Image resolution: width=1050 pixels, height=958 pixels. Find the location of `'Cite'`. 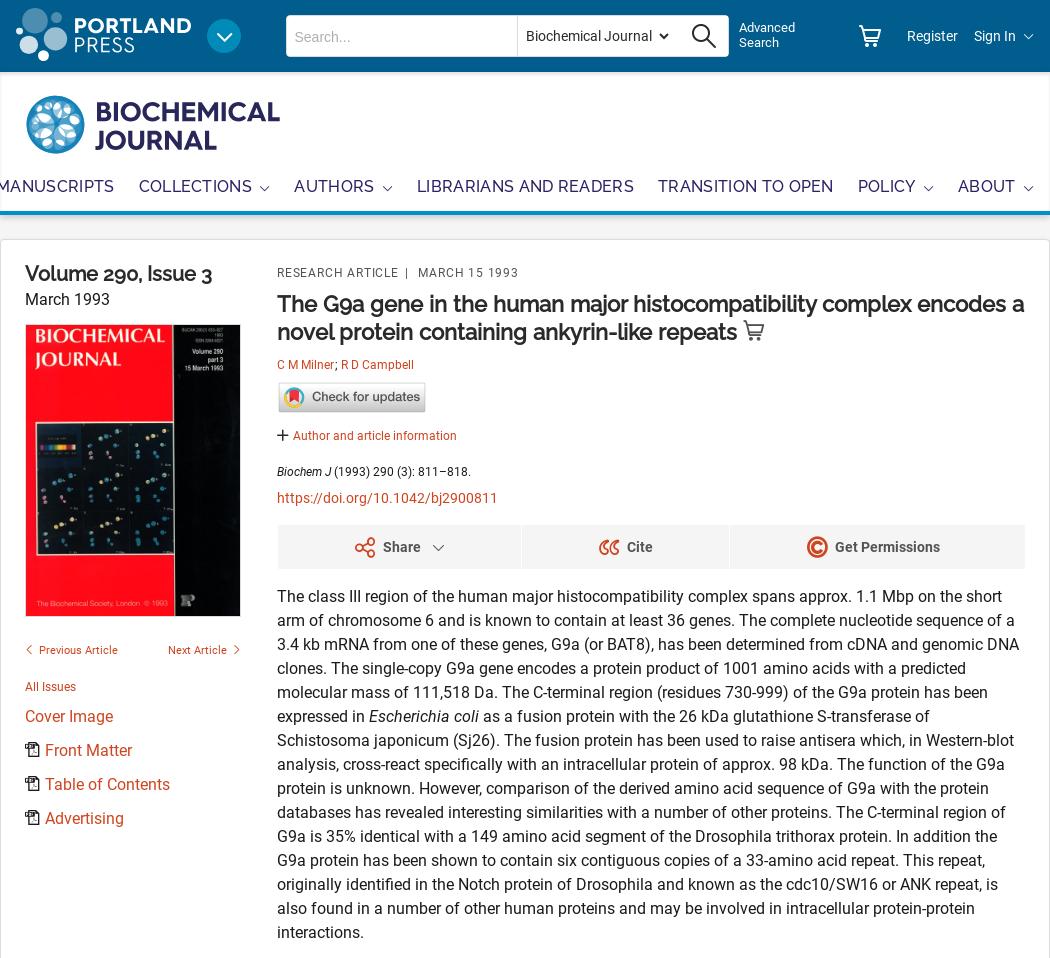

'Cite' is located at coordinates (638, 544).